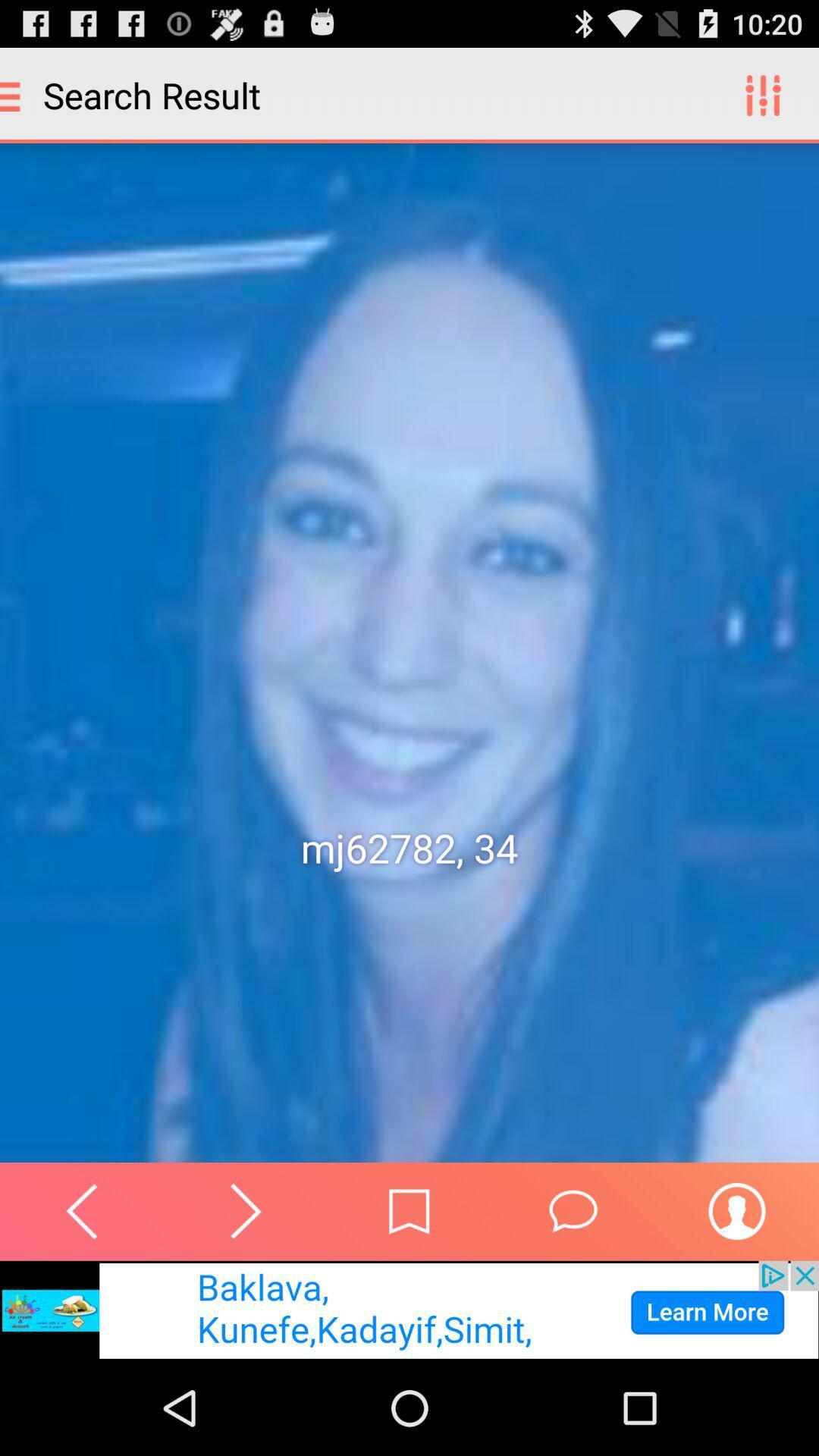  I want to click on advance next, so click(245, 1210).